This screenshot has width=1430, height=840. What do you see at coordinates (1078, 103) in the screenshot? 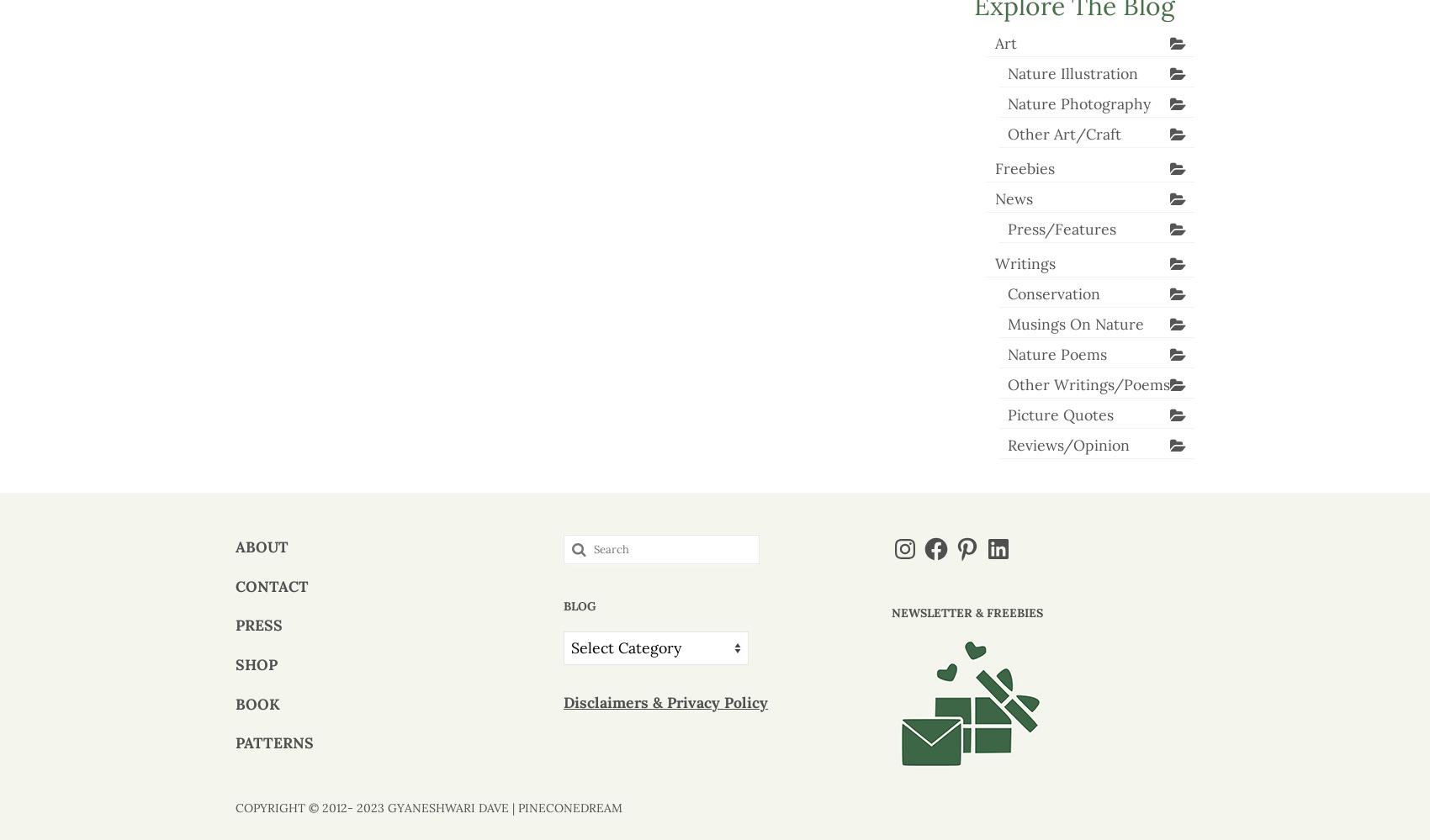
I see `'Nature Photography'` at bounding box center [1078, 103].